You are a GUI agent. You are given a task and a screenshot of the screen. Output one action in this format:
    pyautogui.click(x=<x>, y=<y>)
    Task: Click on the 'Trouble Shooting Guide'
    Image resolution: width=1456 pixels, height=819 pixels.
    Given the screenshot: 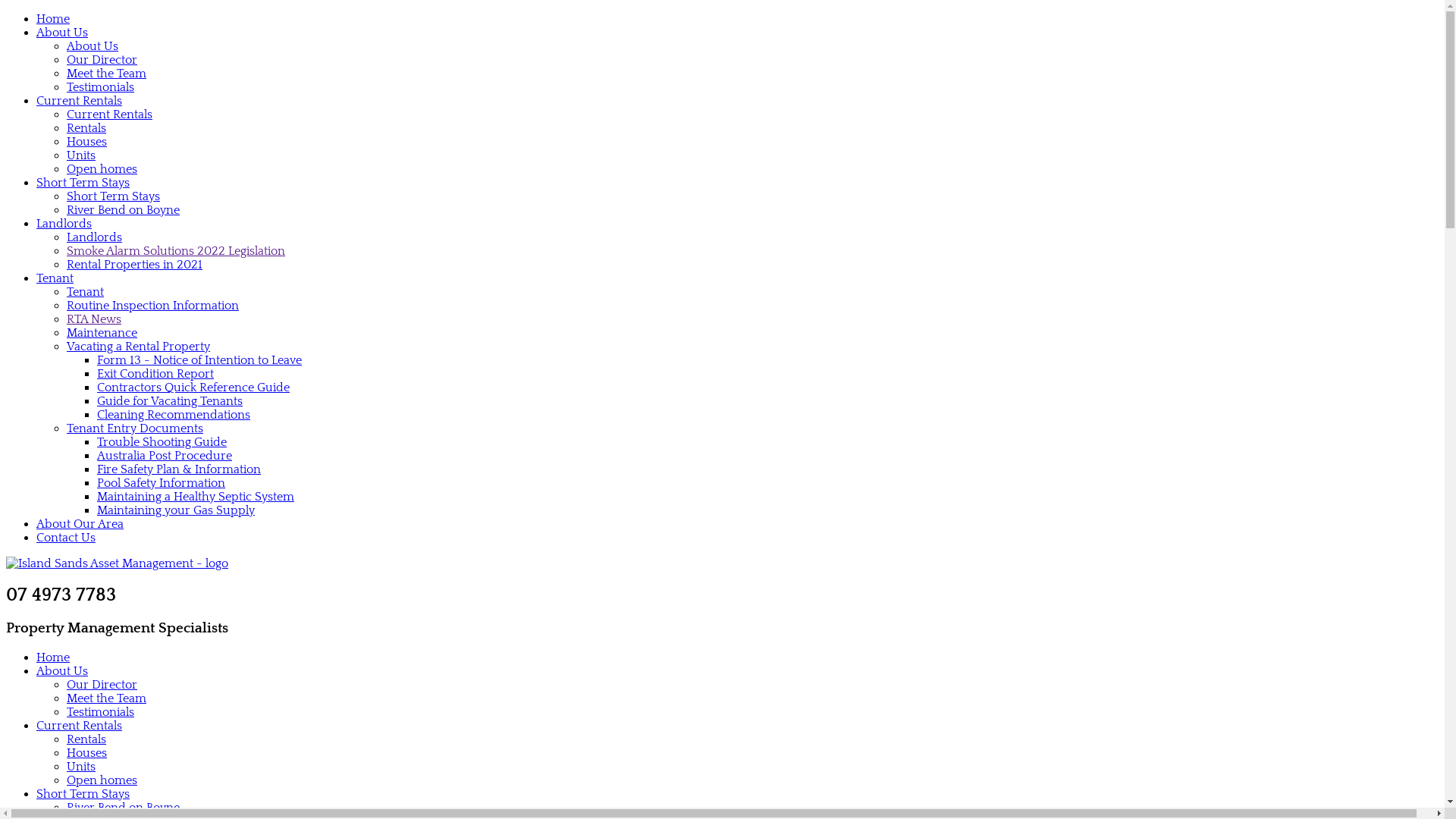 What is the action you would take?
    pyautogui.click(x=162, y=441)
    